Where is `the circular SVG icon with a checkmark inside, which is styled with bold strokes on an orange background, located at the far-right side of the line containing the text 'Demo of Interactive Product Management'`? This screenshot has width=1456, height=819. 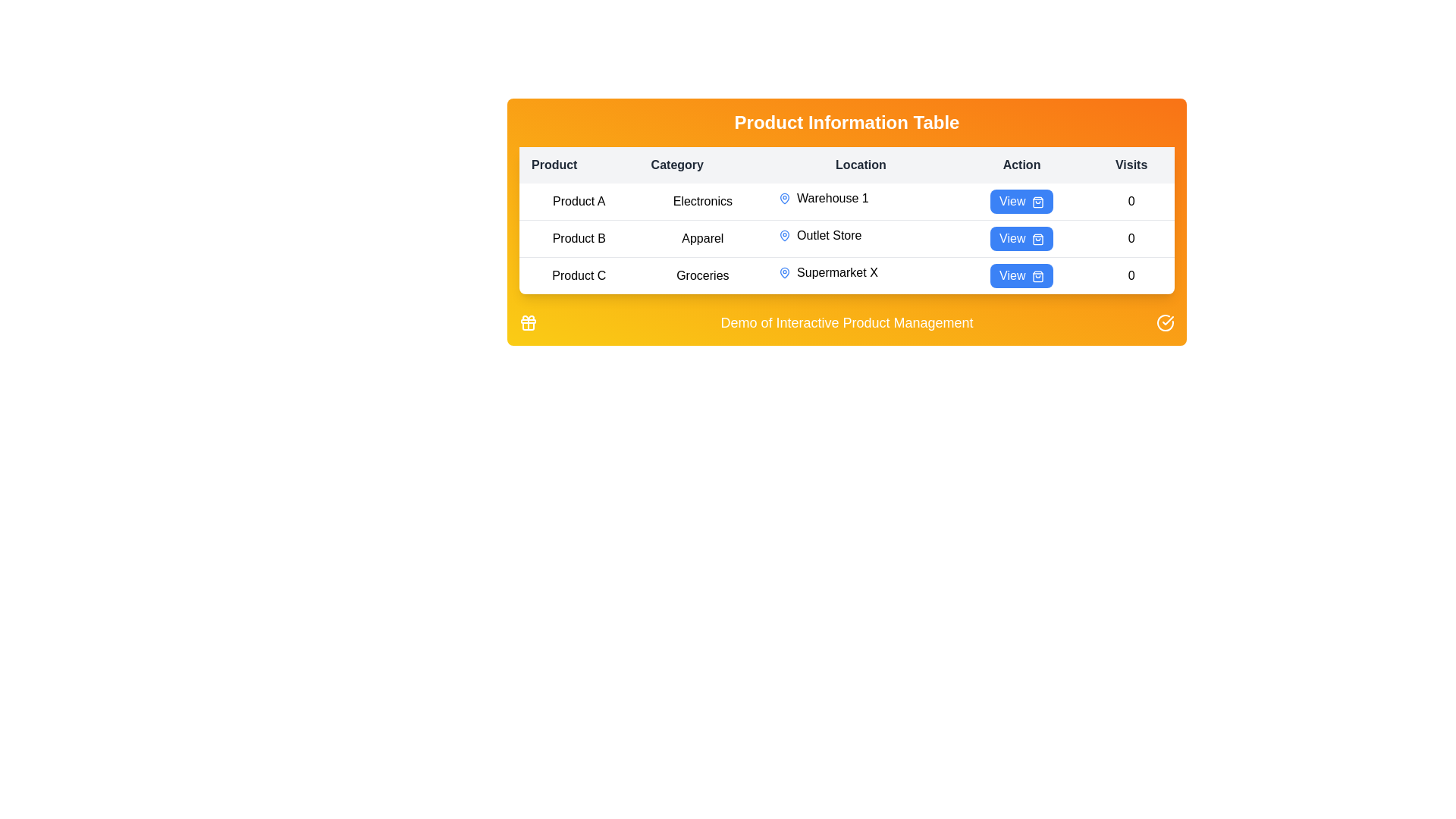
the circular SVG icon with a checkmark inside, which is styled with bold strokes on an orange background, located at the far-right side of the line containing the text 'Demo of Interactive Product Management' is located at coordinates (1164, 322).